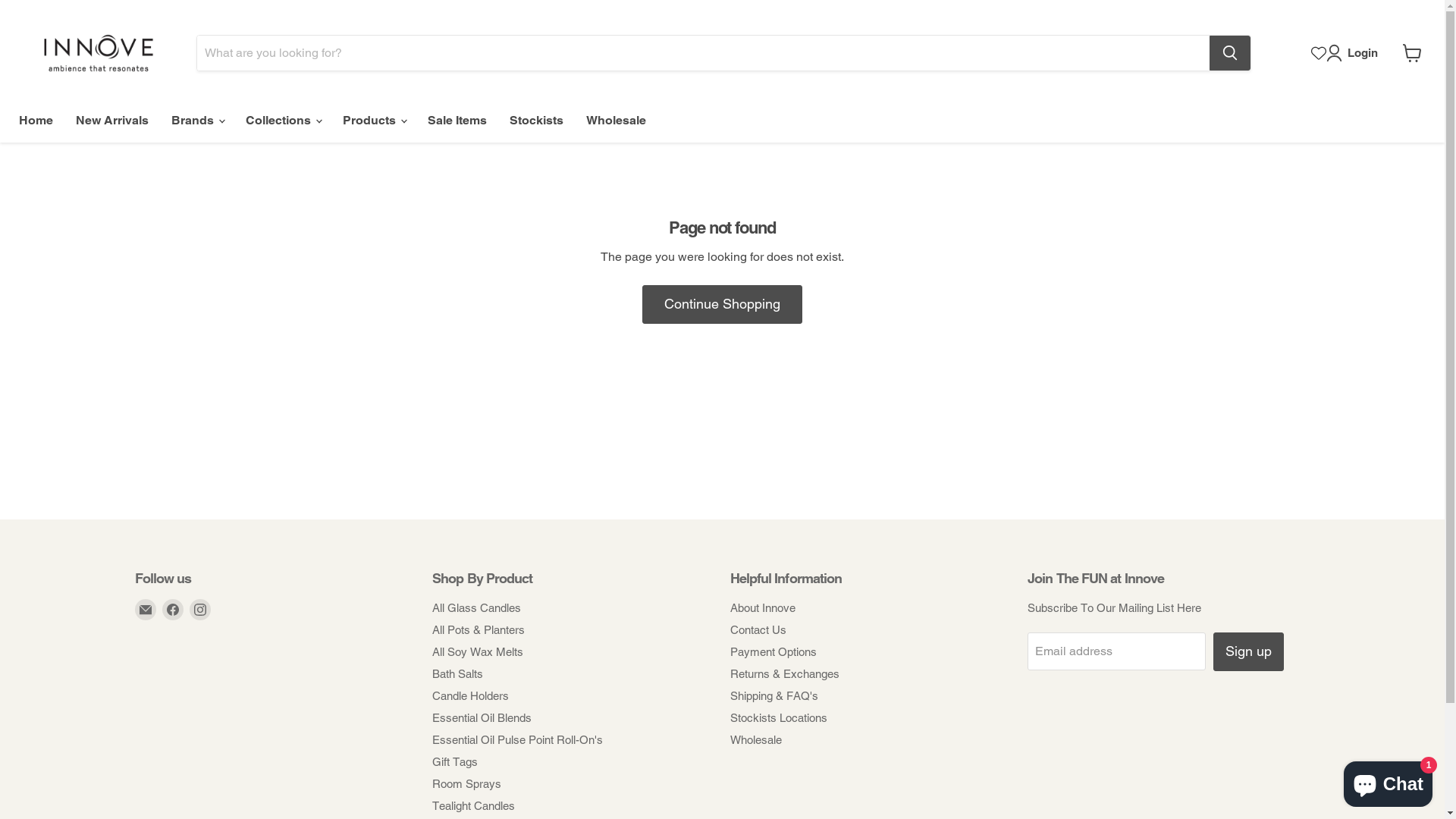 This screenshot has height=819, width=1456. Describe the element at coordinates (517, 739) in the screenshot. I see `'Essential Oil Pulse Point Roll-On's'` at that location.